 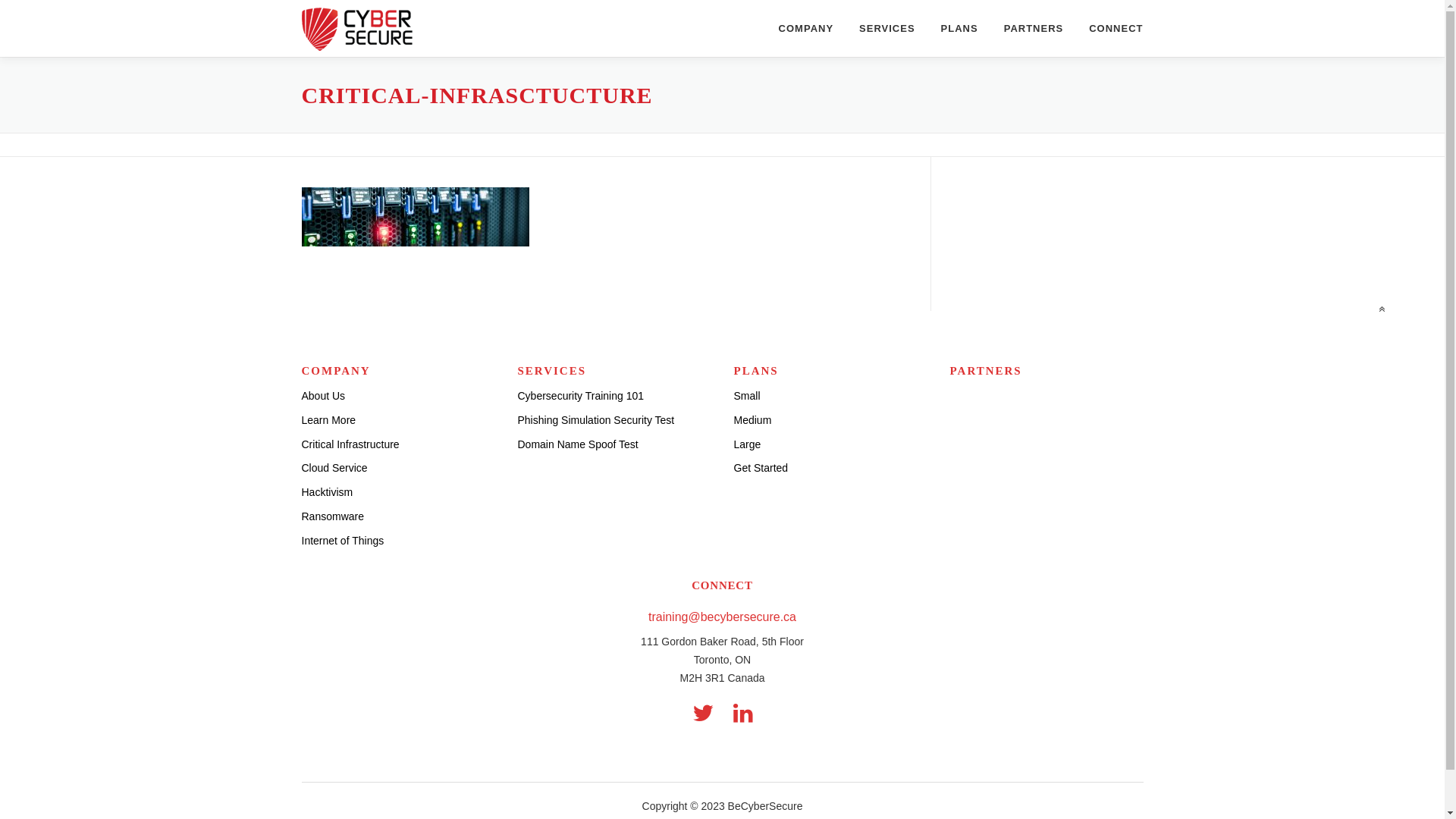 I want to click on 'Large', so click(x=747, y=444).